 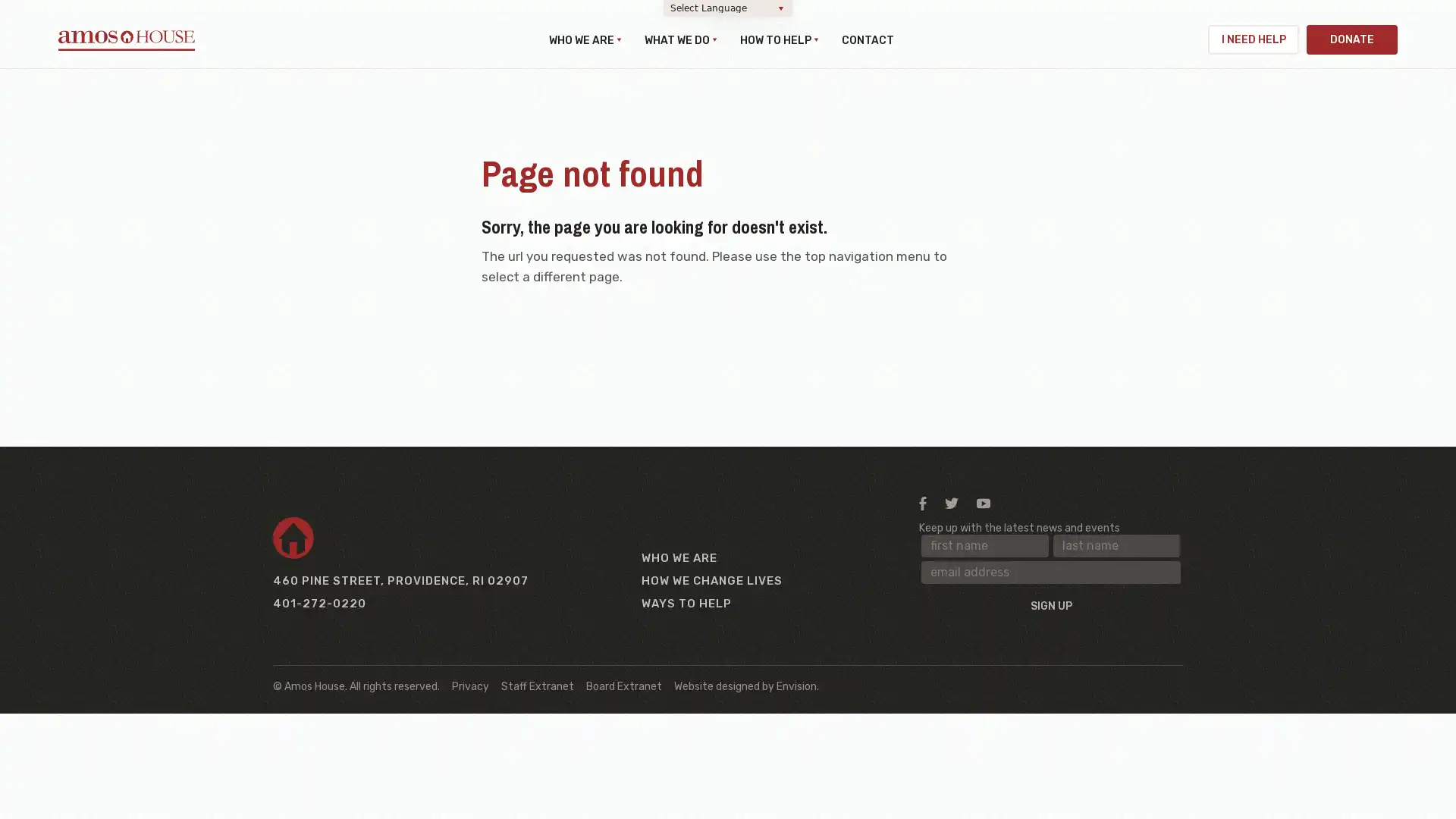 I want to click on Sign up, so click(x=1050, y=610).